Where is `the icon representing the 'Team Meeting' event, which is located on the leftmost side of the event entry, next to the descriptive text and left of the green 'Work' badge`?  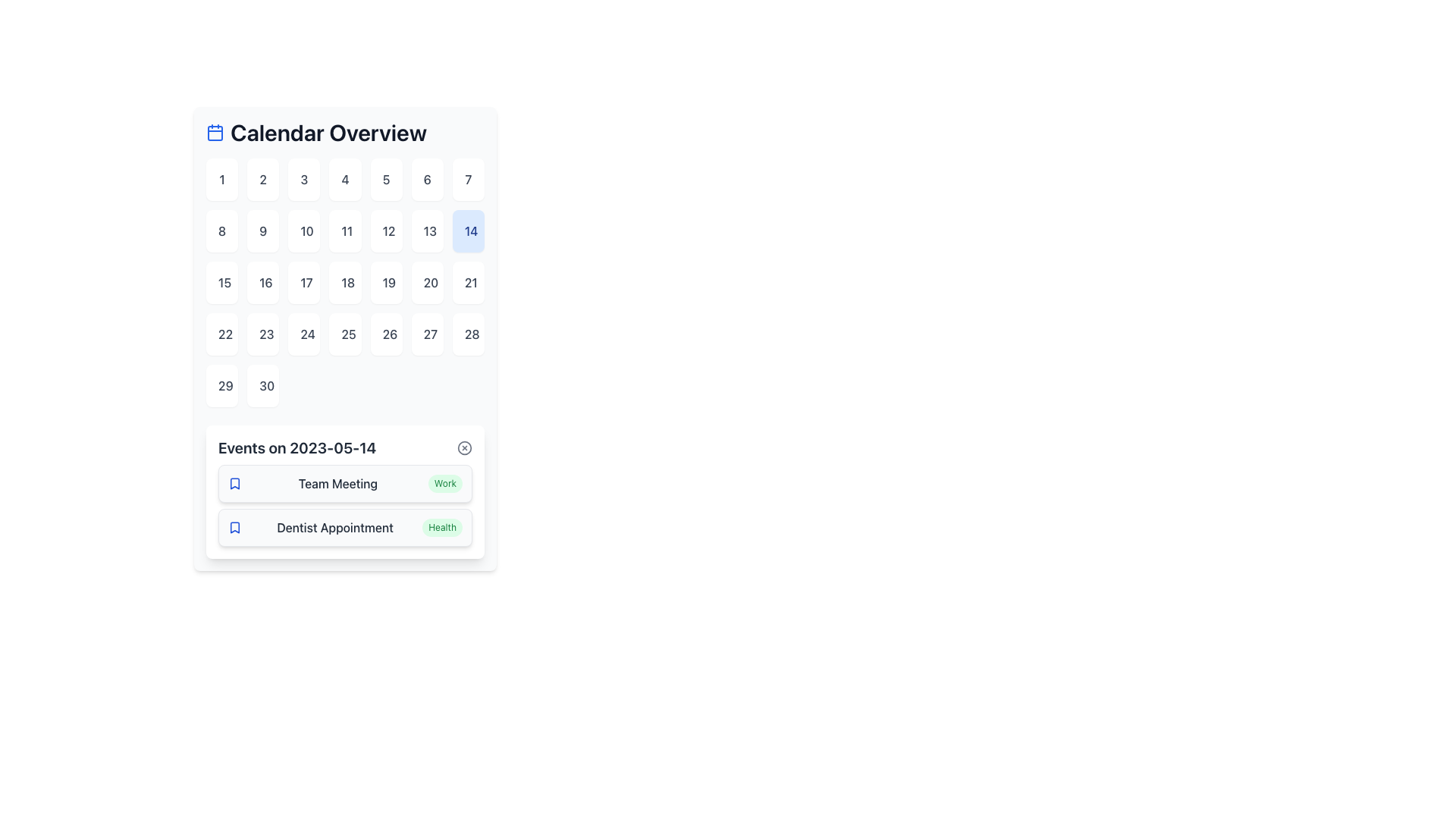
the icon representing the 'Team Meeting' event, which is located on the leftmost side of the event entry, next to the descriptive text and left of the green 'Work' badge is located at coordinates (234, 483).